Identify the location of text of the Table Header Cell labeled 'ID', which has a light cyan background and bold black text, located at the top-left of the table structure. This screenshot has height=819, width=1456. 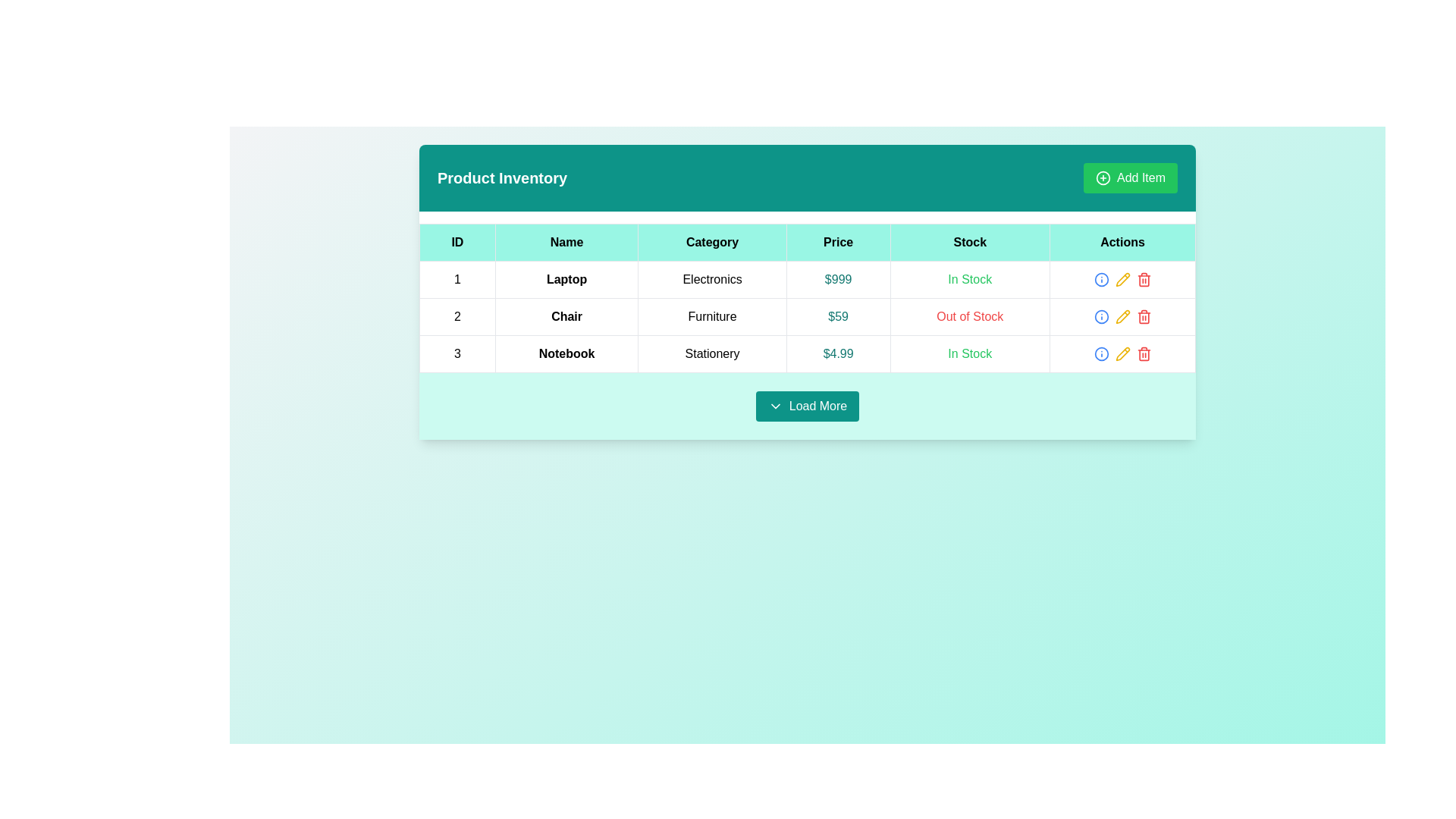
(457, 242).